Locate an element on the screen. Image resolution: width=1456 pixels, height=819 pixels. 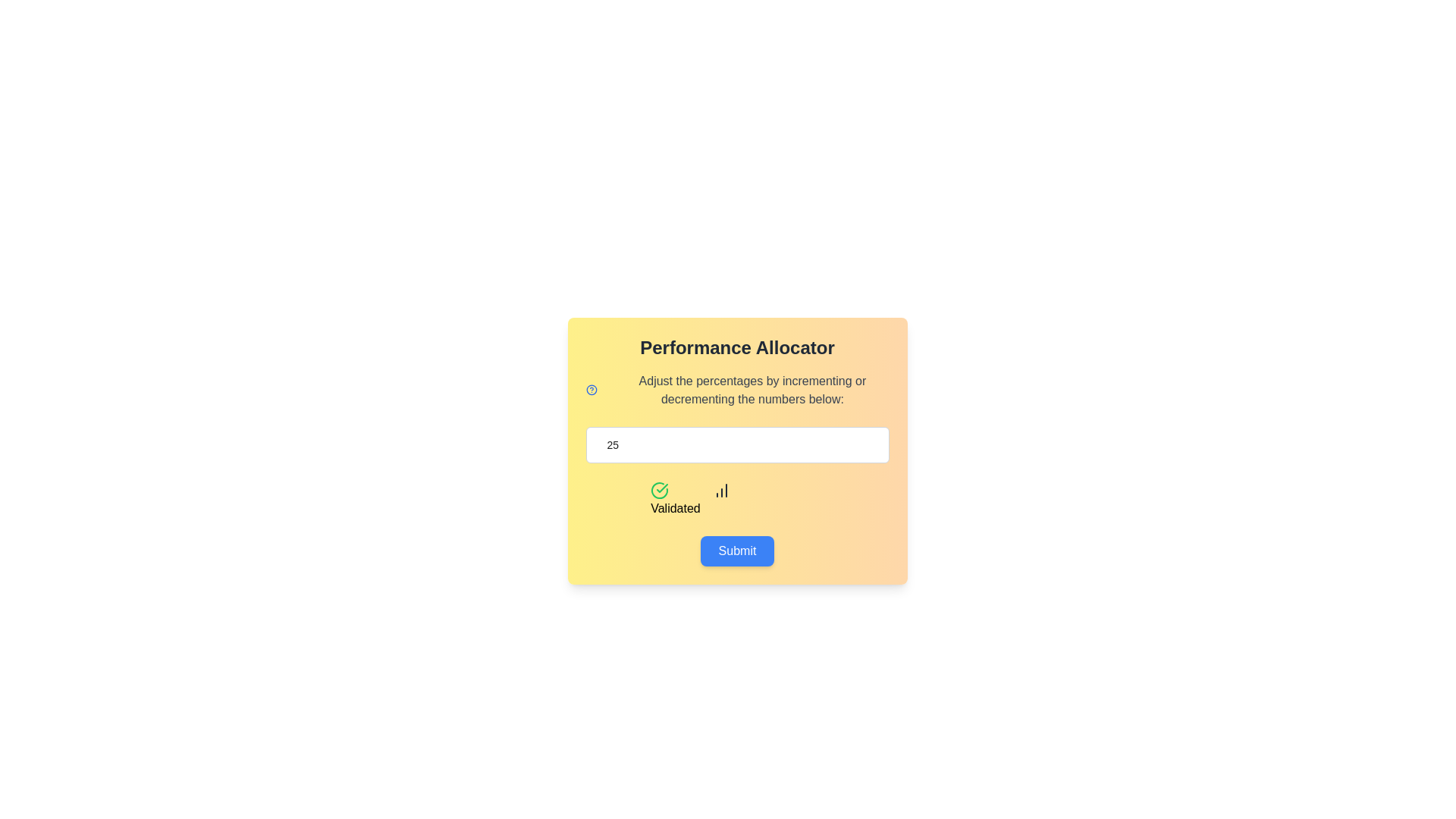
the static text block that instructs users to adjust percentages, located prominently below the 'Performance Allocator' title and above a numeric input field is located at coordinates (752, 390).